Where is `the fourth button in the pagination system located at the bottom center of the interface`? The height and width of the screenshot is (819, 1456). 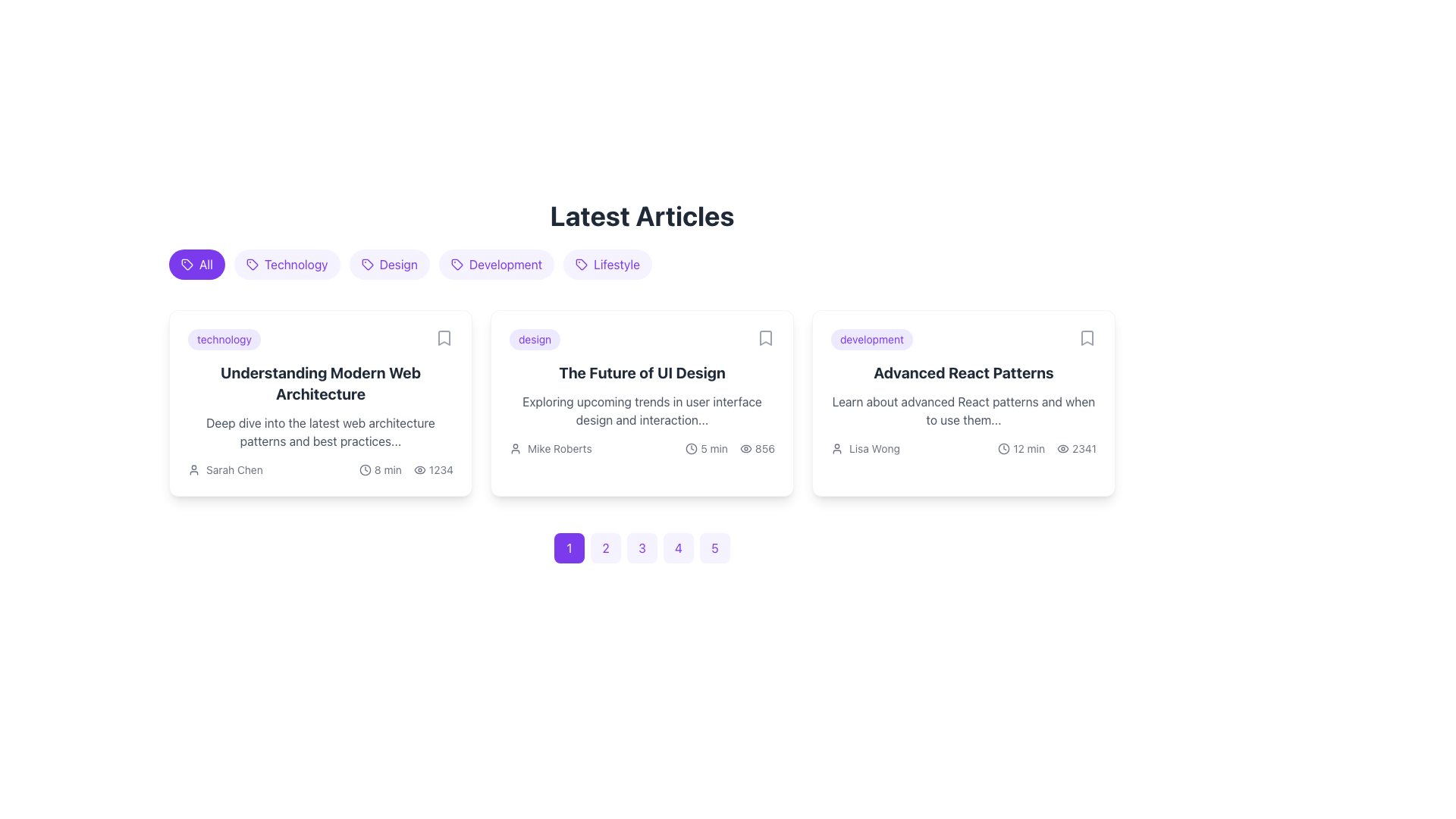
the fourth button in the pagination system located at the bottom center of the interface is located at coordinates (677, 548).